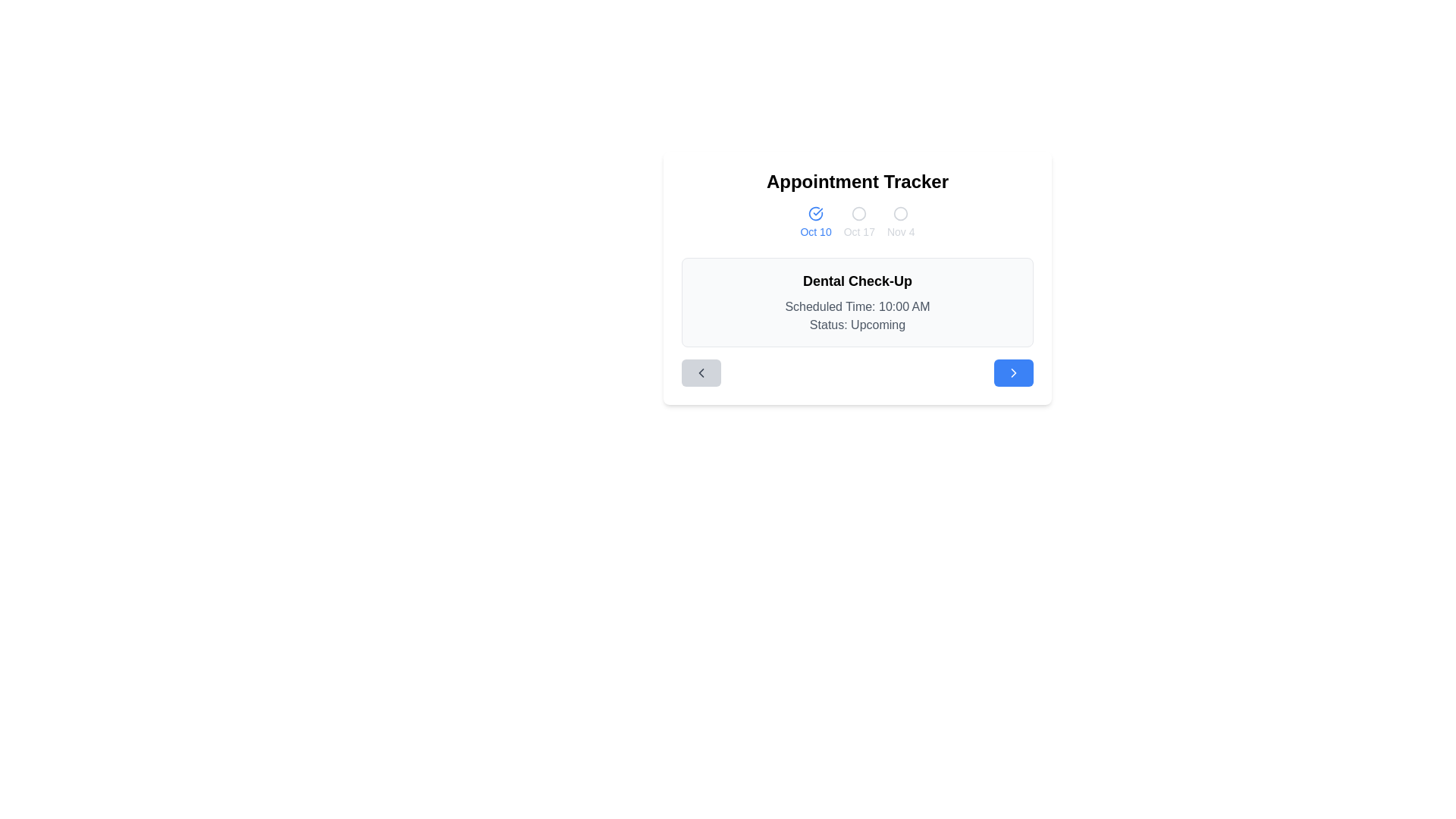 This screenshot has width=1456, height=819. I want to click on the date indicator label displaying 'Oct 10', which is located directly below a circular blue check mark icon and positioned towards the top of the interface, so click(815, 231).